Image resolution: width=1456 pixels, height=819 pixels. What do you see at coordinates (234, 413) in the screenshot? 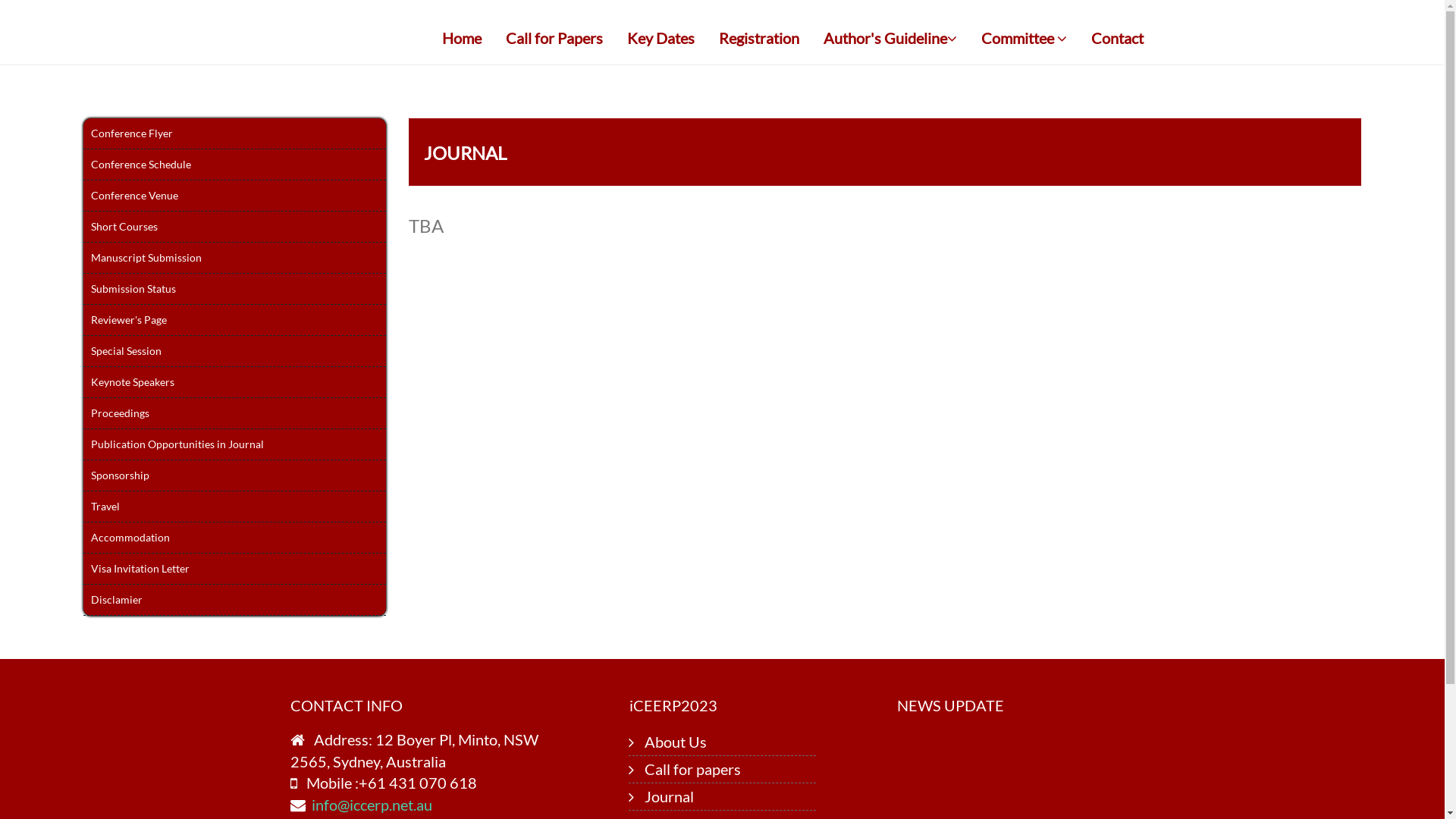
I see `'Proceedings'` at bounding box center [234, 413].